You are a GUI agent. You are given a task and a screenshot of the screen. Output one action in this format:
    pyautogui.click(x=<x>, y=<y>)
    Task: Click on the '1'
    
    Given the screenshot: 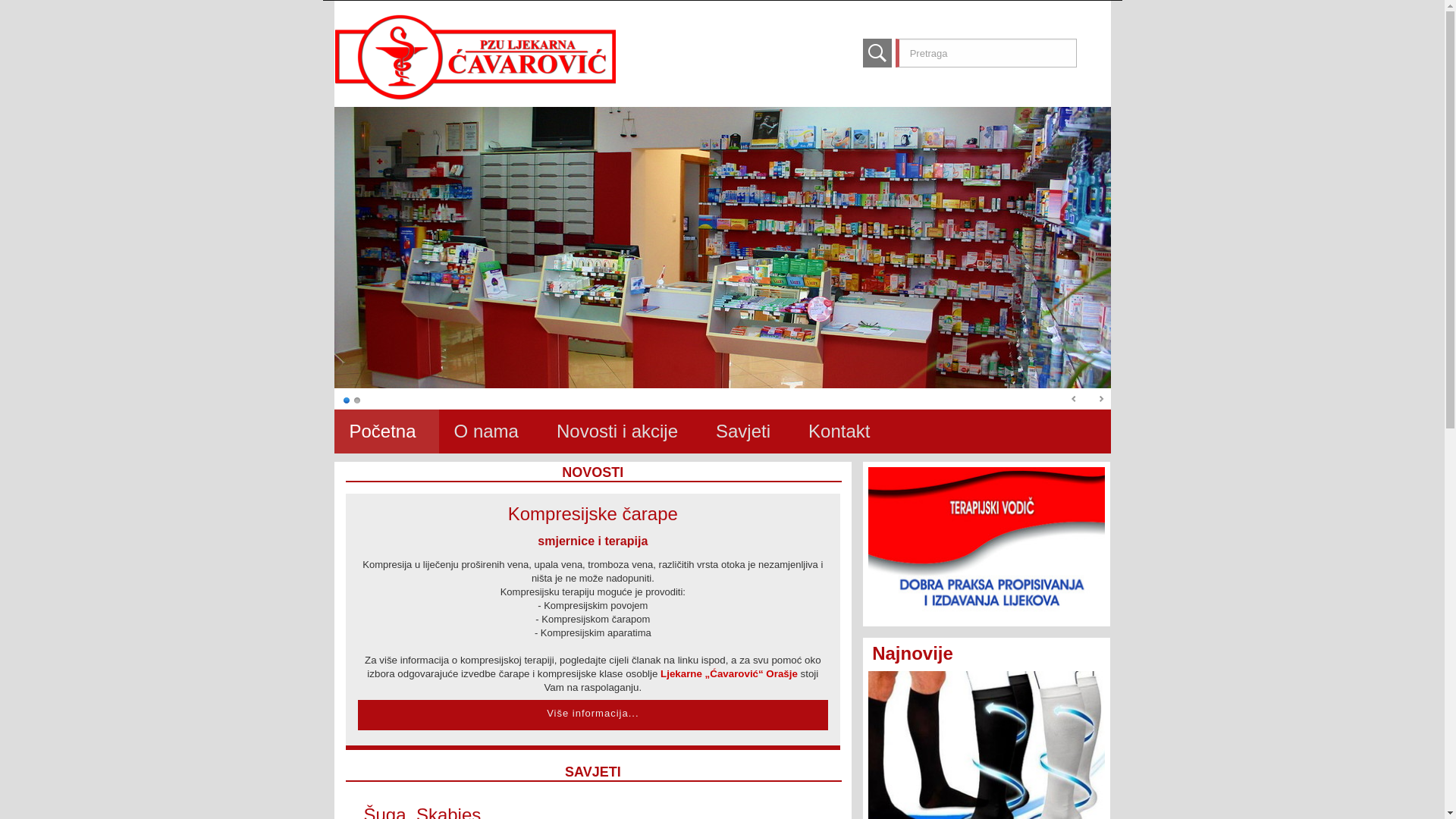 What is the action you would take?
    pyautogui.click(x=345, y=399)
    